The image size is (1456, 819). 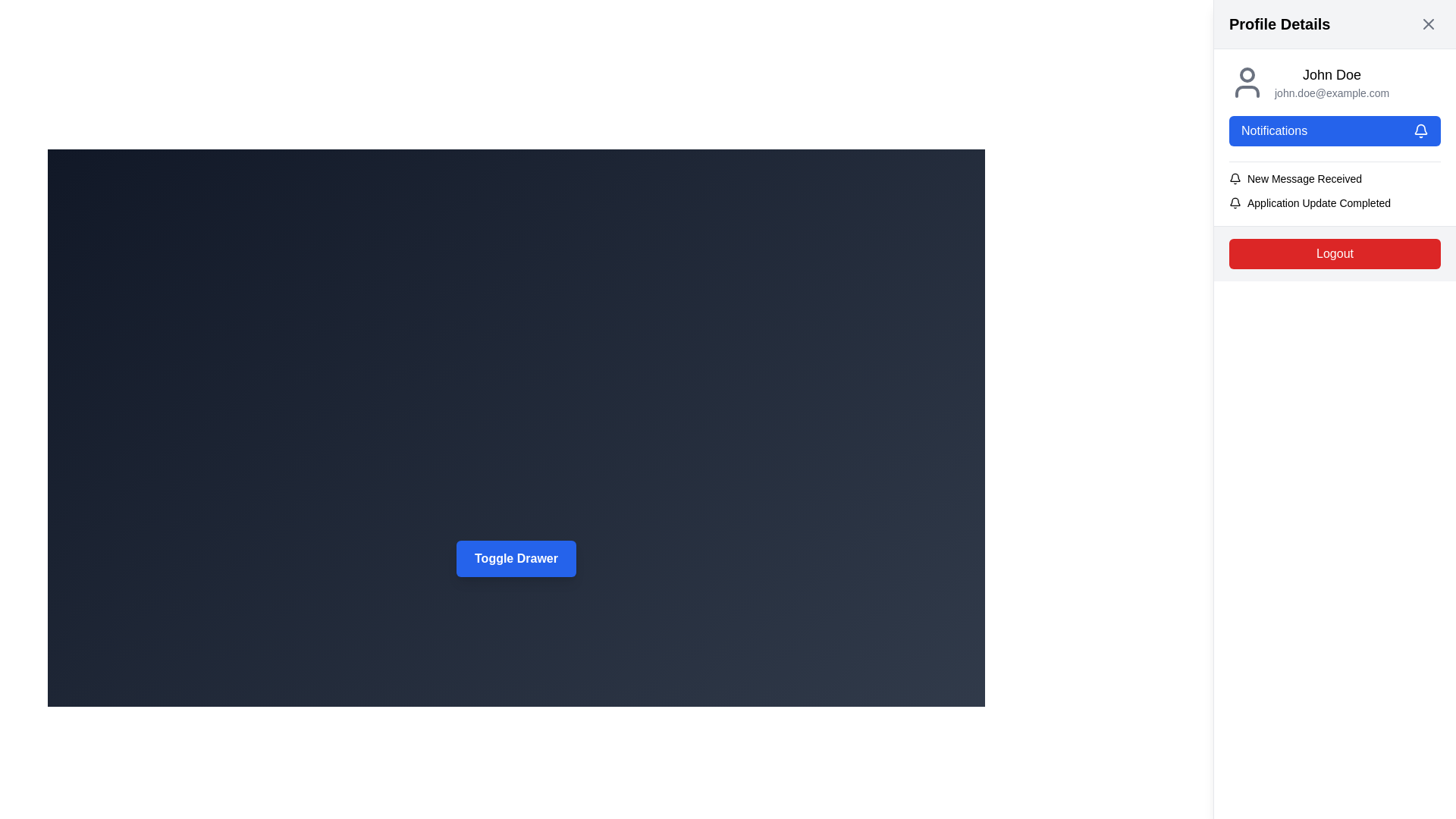 What do you see at coordinates (1335, 202) in the screenshot?
I see `text of the notification entry indicating the completion of an application update, which is the second element in the Notifications section` at bounding box center [1335, 202].